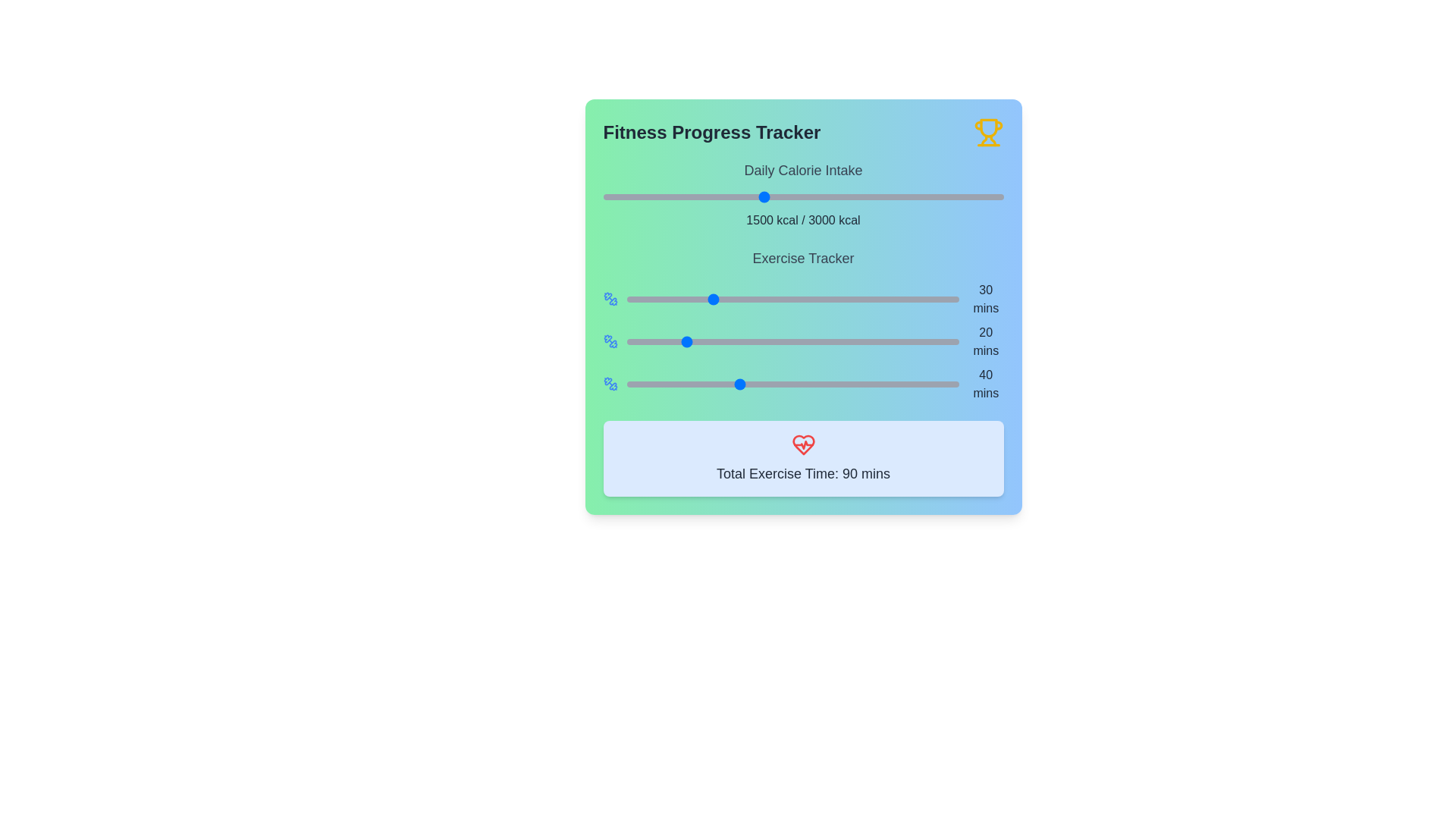  What do you see at coordinates (925, 383) in the screenshot?
I see `the exercise time` at bounding box center [925, 383].